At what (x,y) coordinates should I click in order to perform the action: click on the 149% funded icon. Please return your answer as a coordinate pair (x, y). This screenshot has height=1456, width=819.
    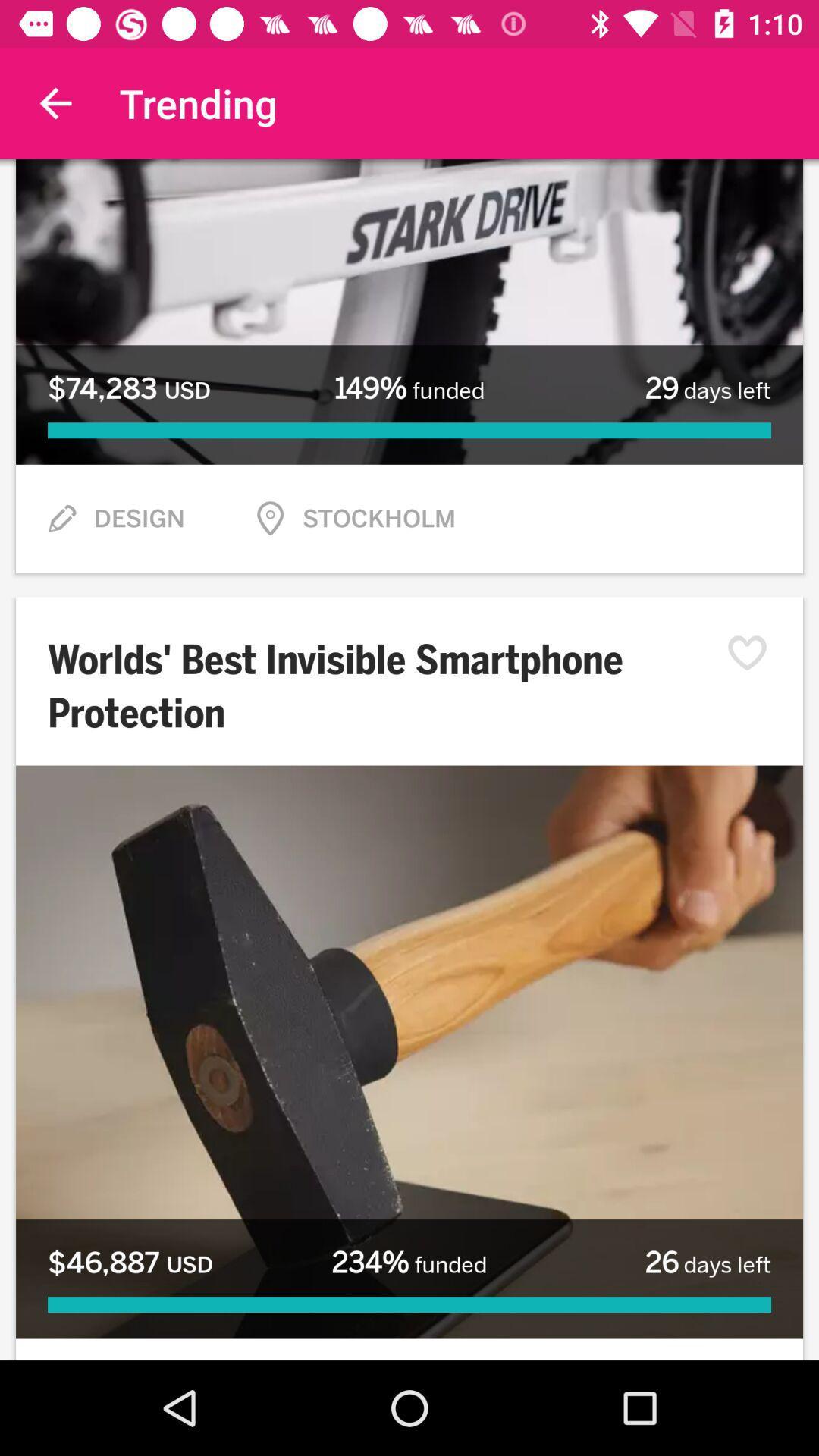
    Looking at the image, I should click on (409, 388).